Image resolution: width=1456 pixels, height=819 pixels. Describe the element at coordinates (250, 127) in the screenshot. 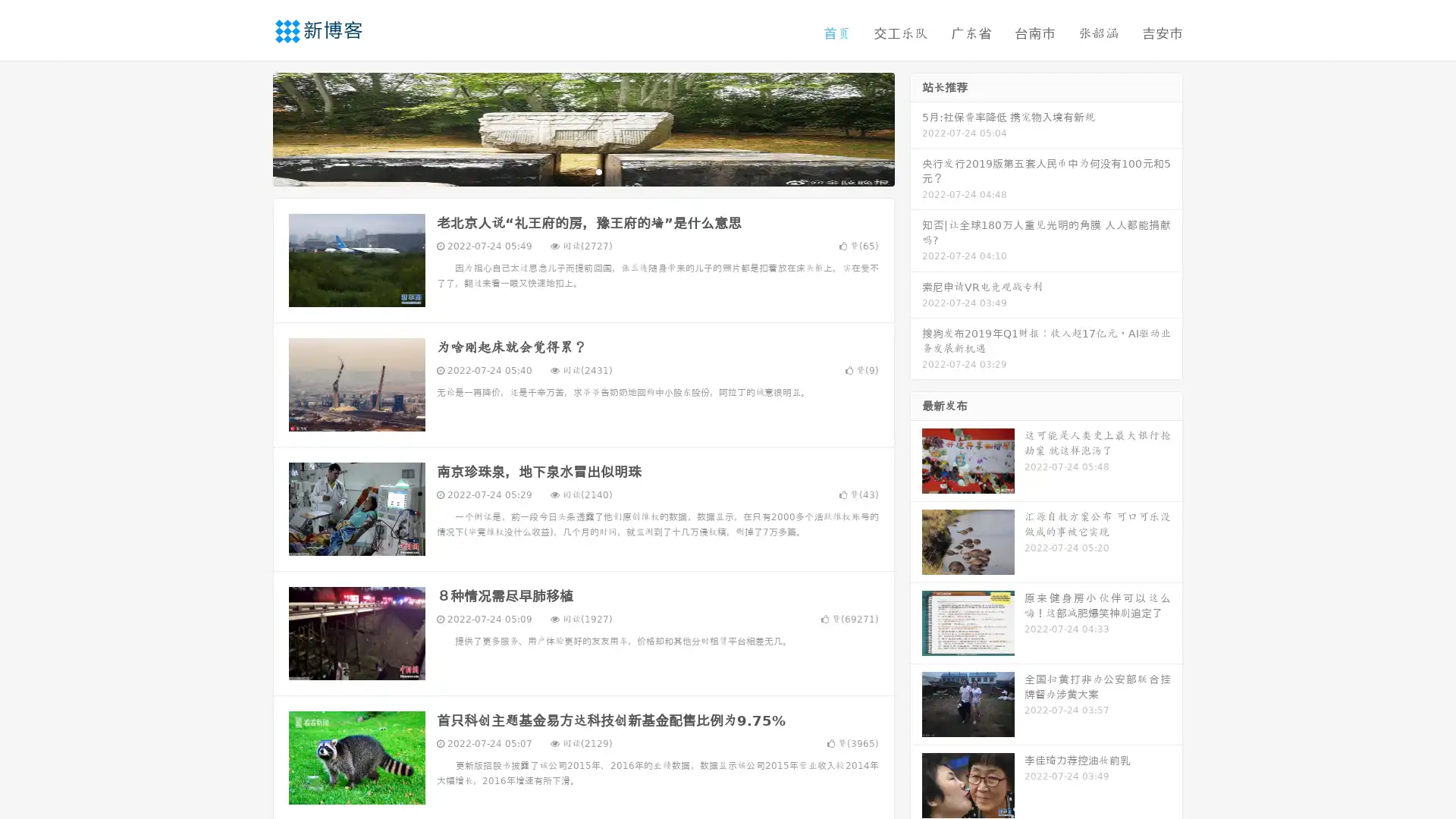

I see `Previous slide` at that location.